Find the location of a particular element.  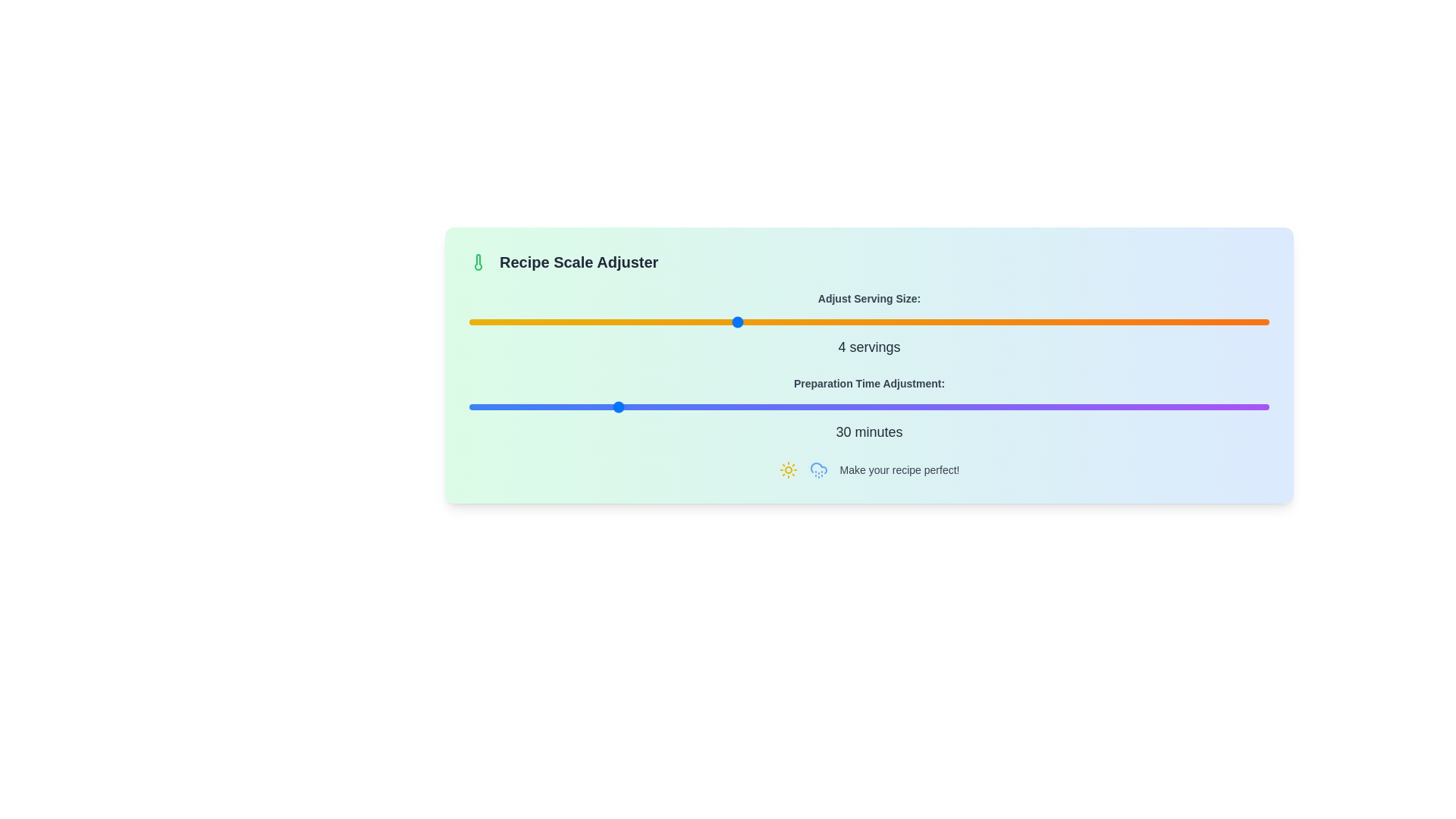

the text label reading 'Make your recipe perfect!' which is styled with a gray font and positioned in the lower section of the panel, aligned with the icons to its left is located at coordinates (899, 469).